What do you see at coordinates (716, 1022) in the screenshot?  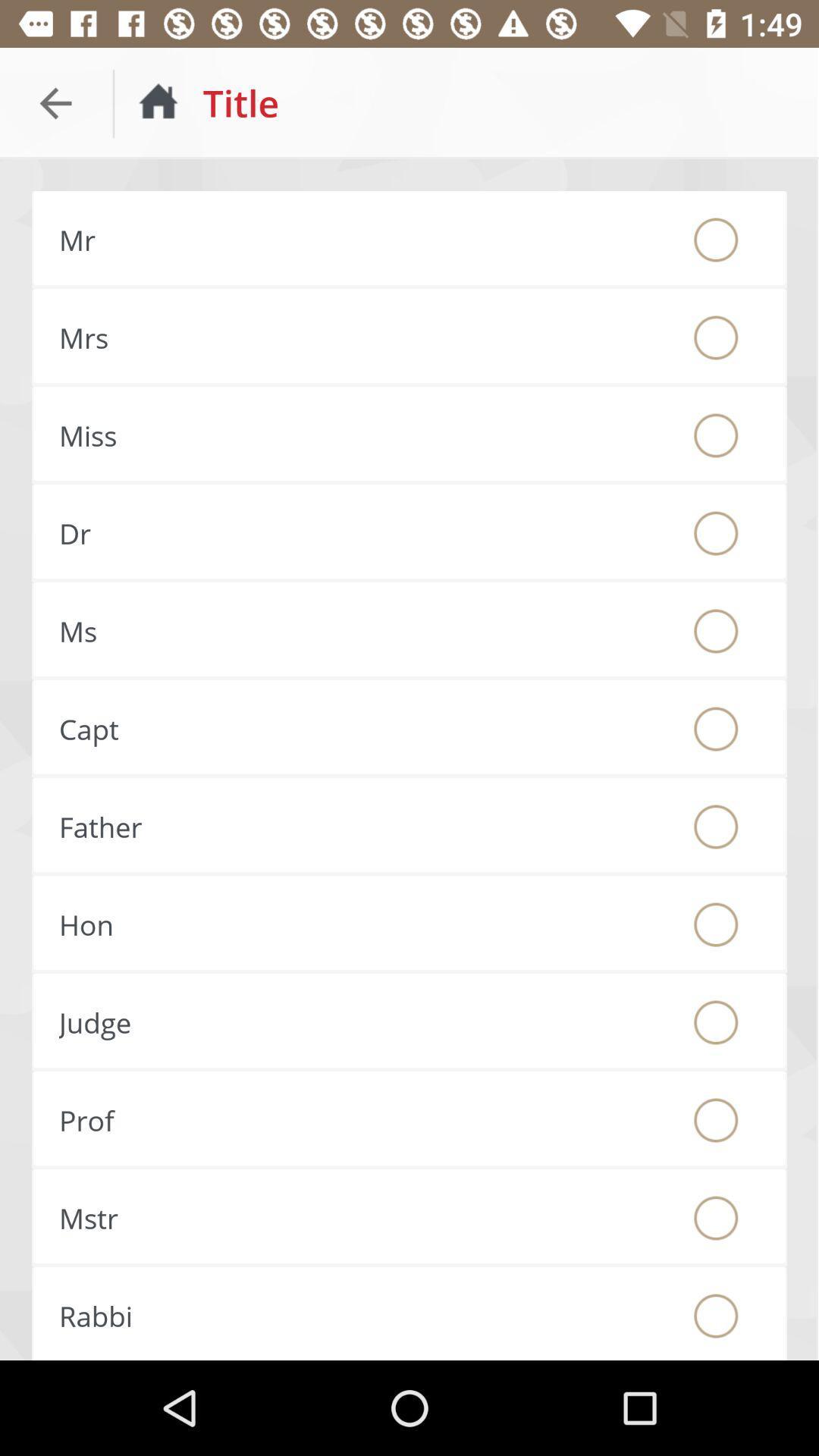 I see `title` at bounding box center [716, 1022].